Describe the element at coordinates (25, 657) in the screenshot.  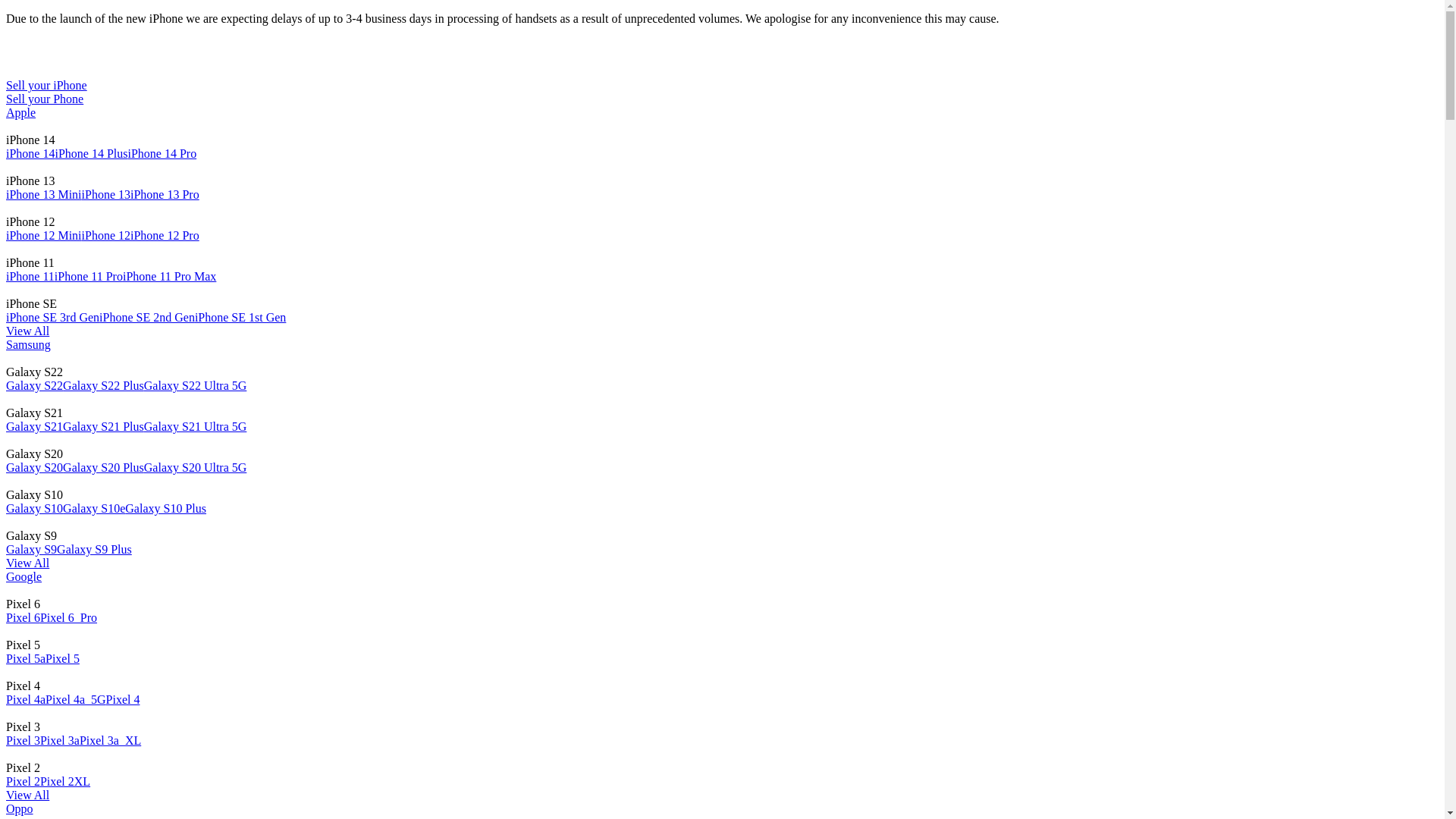
I see `'Pixel 5a'` at that location.